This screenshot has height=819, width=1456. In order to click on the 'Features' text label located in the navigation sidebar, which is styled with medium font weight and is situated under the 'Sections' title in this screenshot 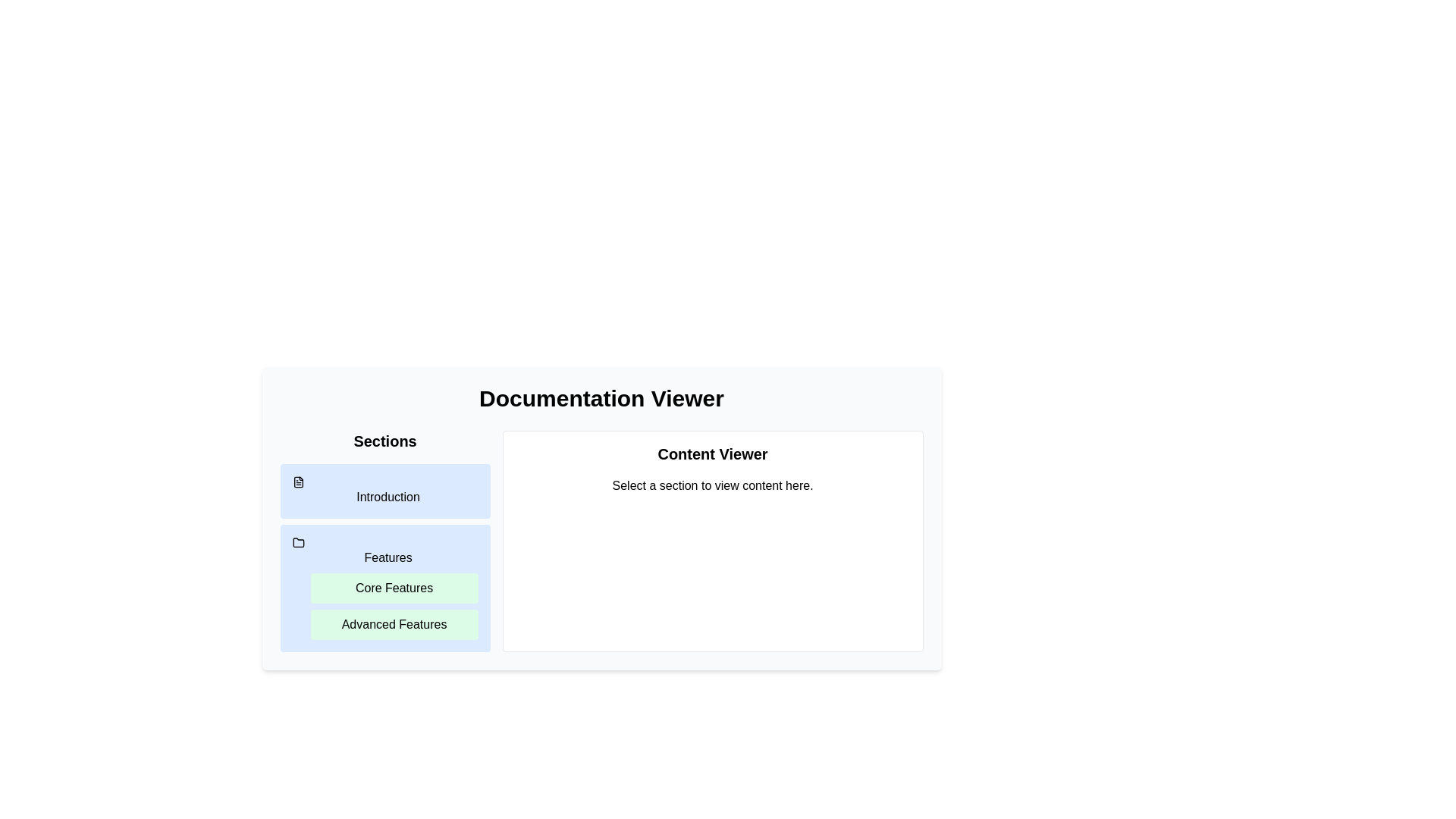, I will do `click(388, 557)`.